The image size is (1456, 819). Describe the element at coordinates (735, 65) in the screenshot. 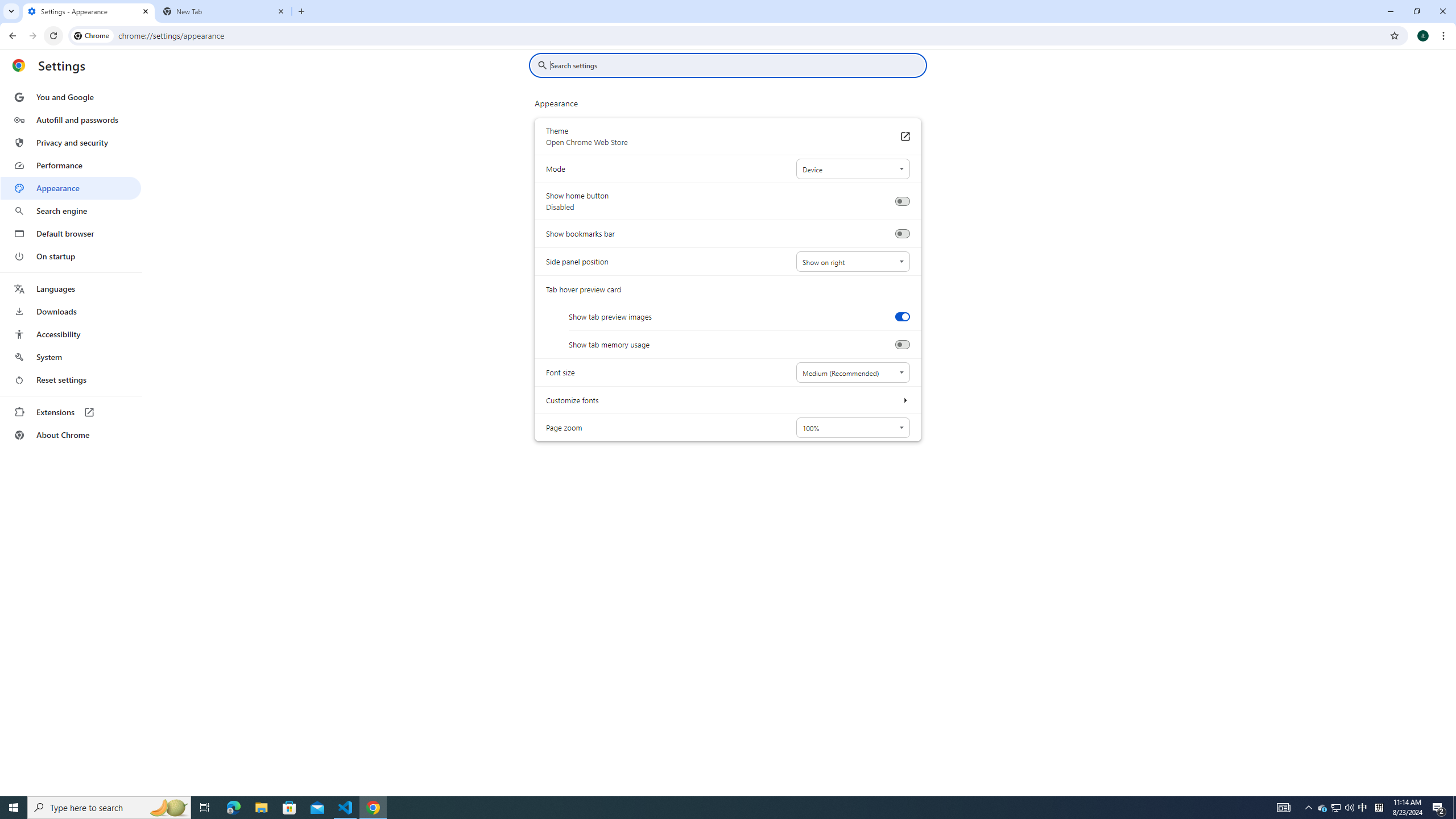

I see `'Search settings'` at that location.